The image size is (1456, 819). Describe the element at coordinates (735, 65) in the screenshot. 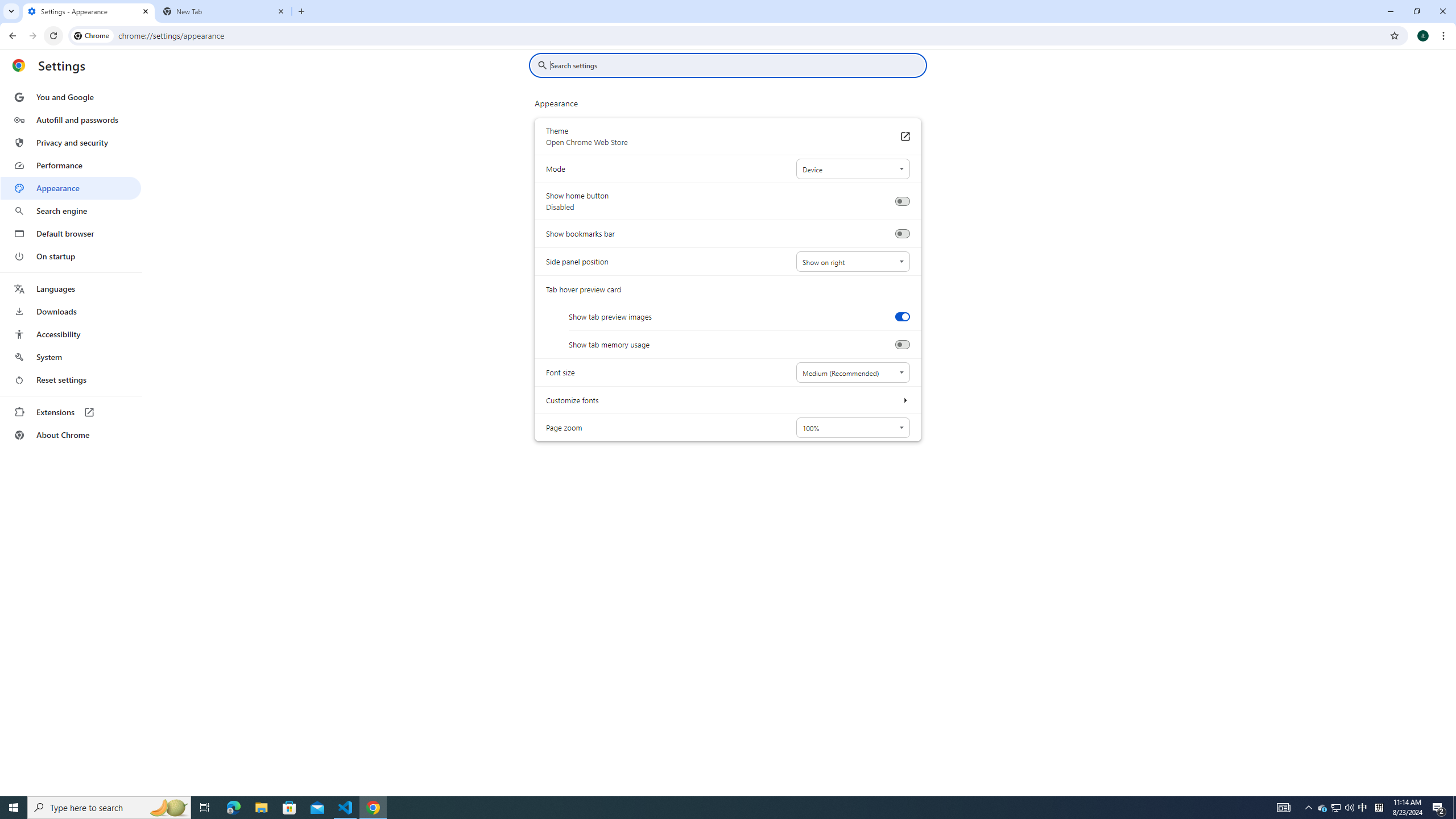

I see `'Search settings'` at that location.